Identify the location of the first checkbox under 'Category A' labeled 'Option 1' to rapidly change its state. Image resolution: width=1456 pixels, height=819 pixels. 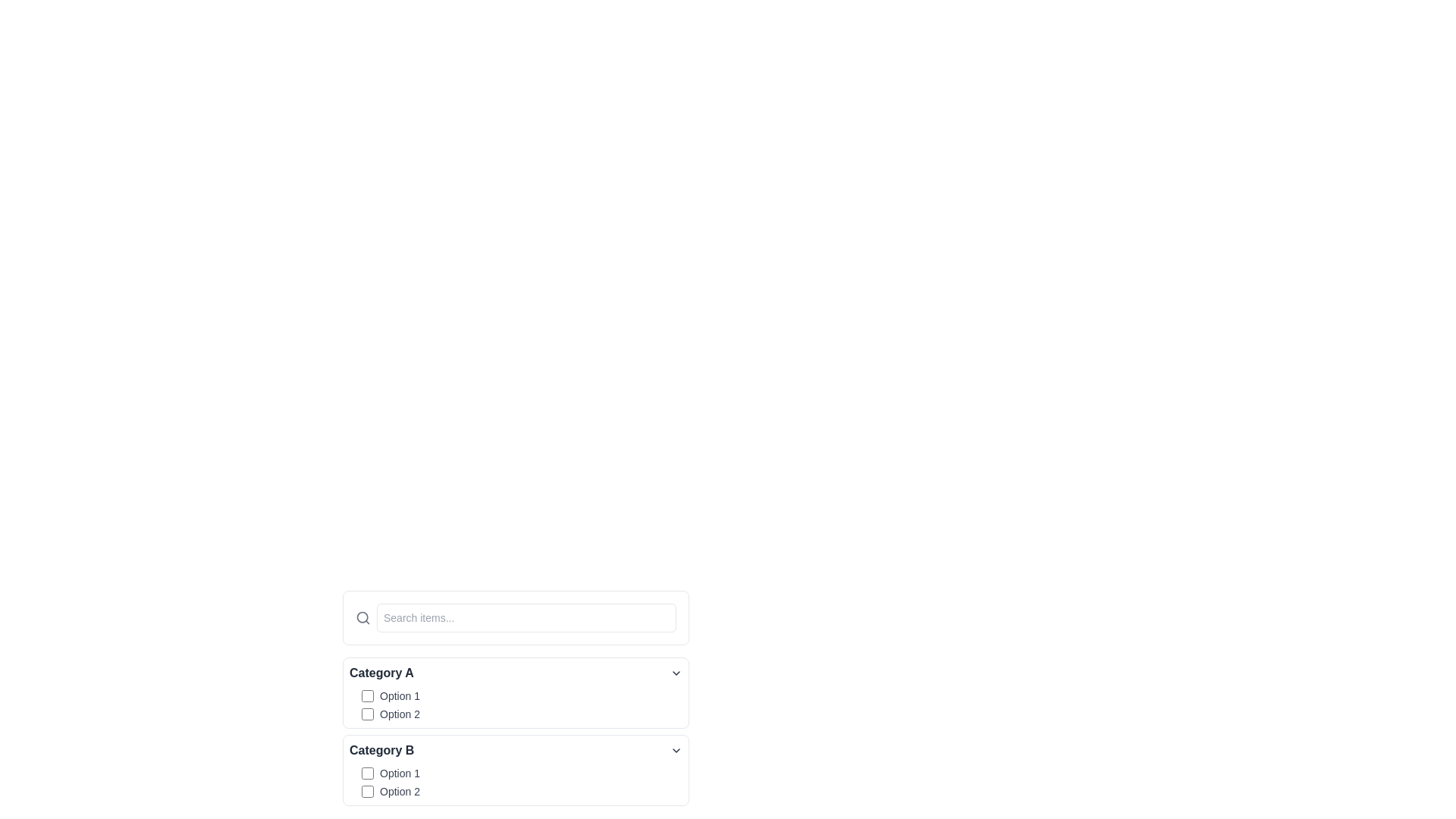
(367, 696).